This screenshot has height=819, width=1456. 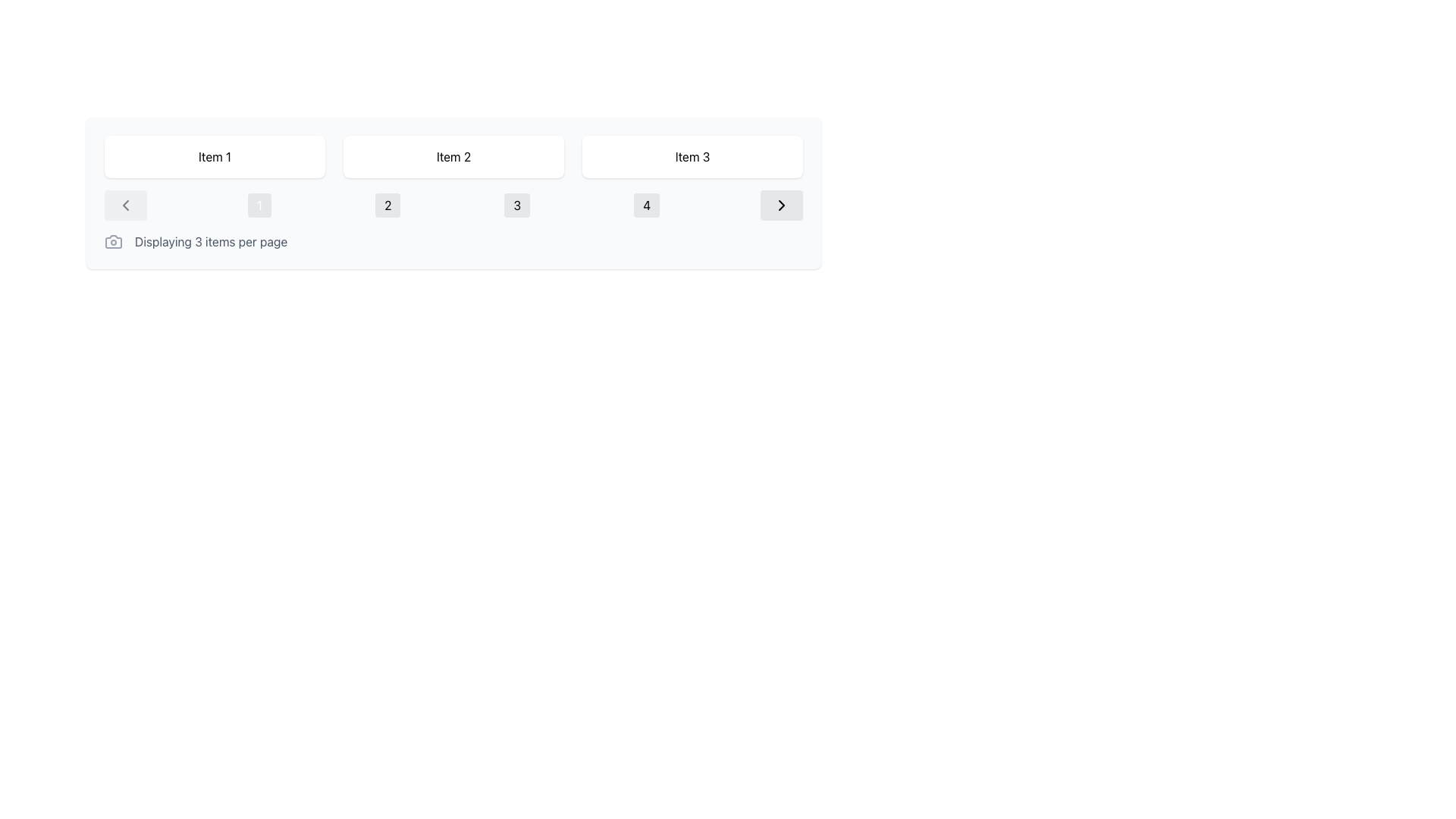 I want to click on the forward navigation button for pagination, so click(x=782, y=205).